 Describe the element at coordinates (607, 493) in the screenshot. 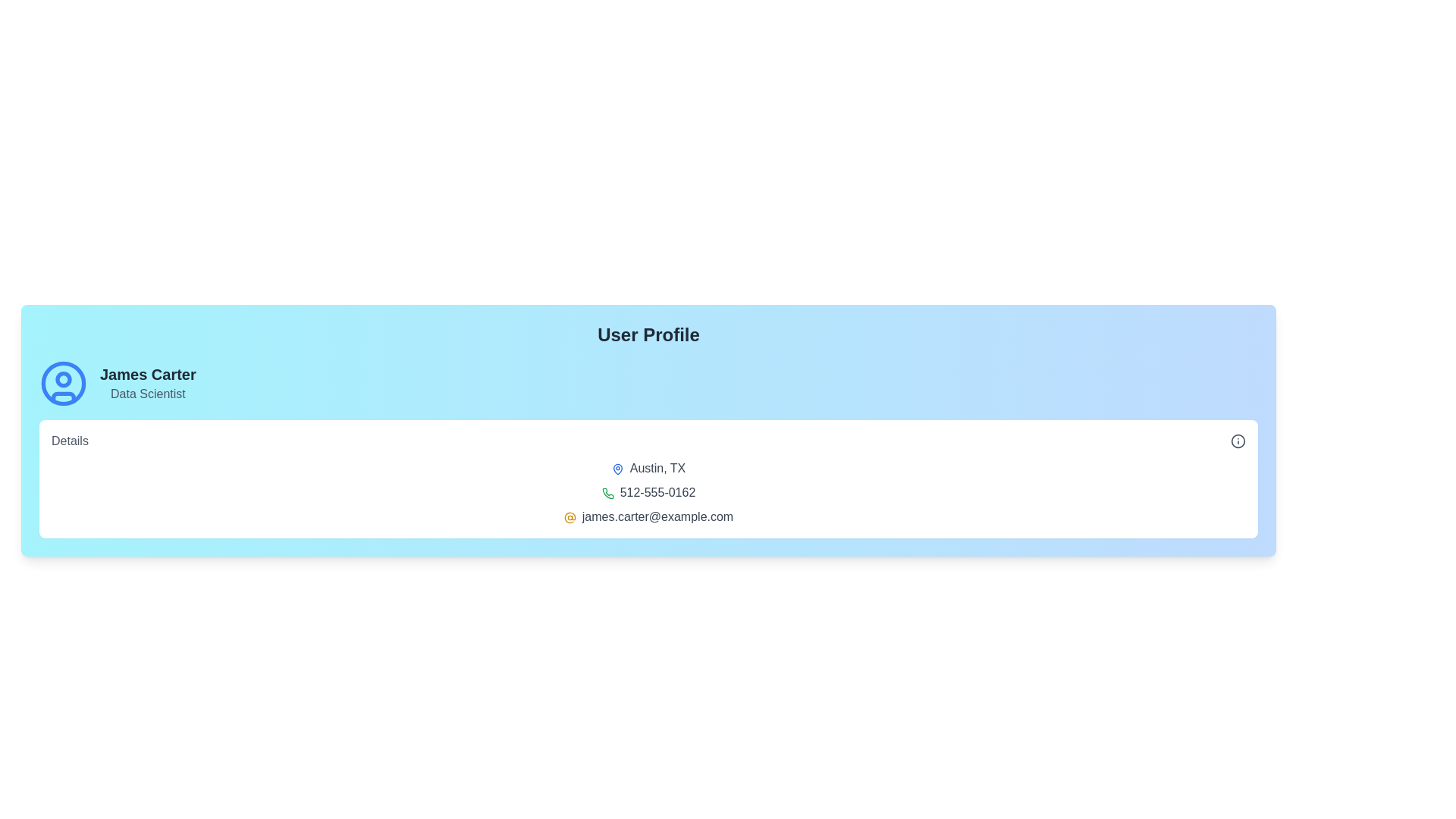

I see `the phone icon with a green outline, which is situated before the phone number '512-555-0162'` at that location.